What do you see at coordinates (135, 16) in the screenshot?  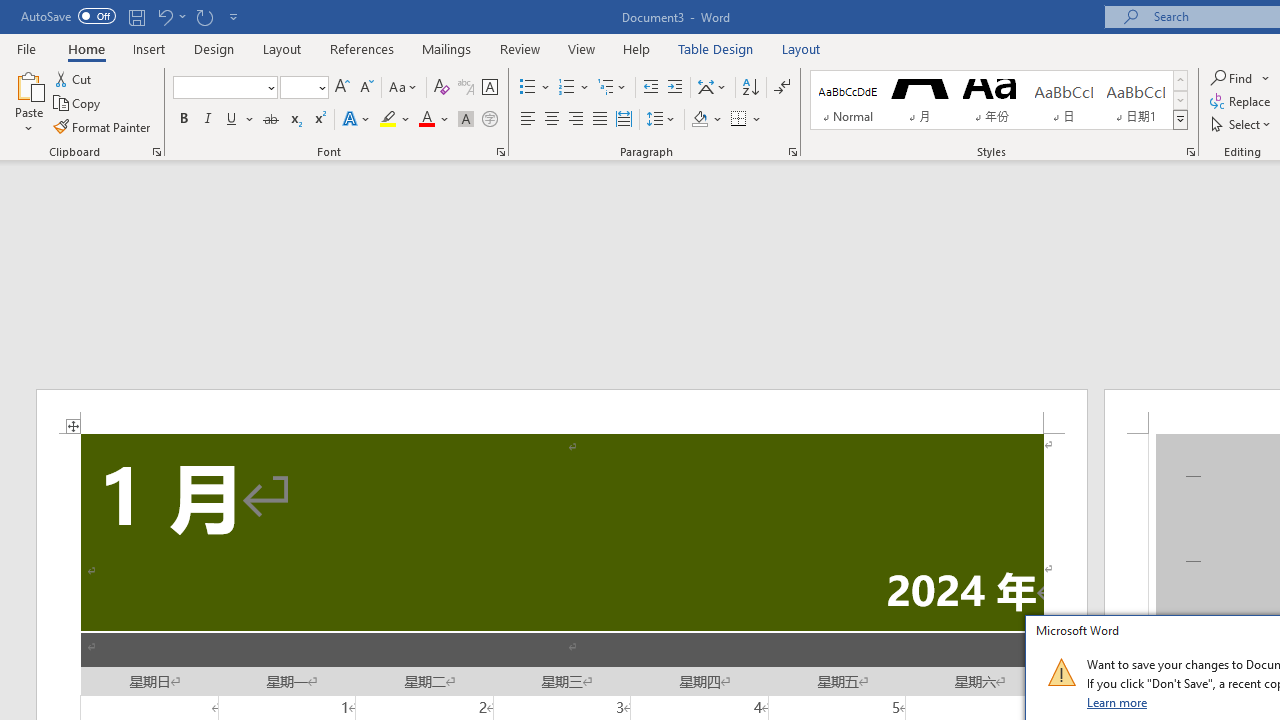 I see `'Save'` at bounding box center [135, 16].